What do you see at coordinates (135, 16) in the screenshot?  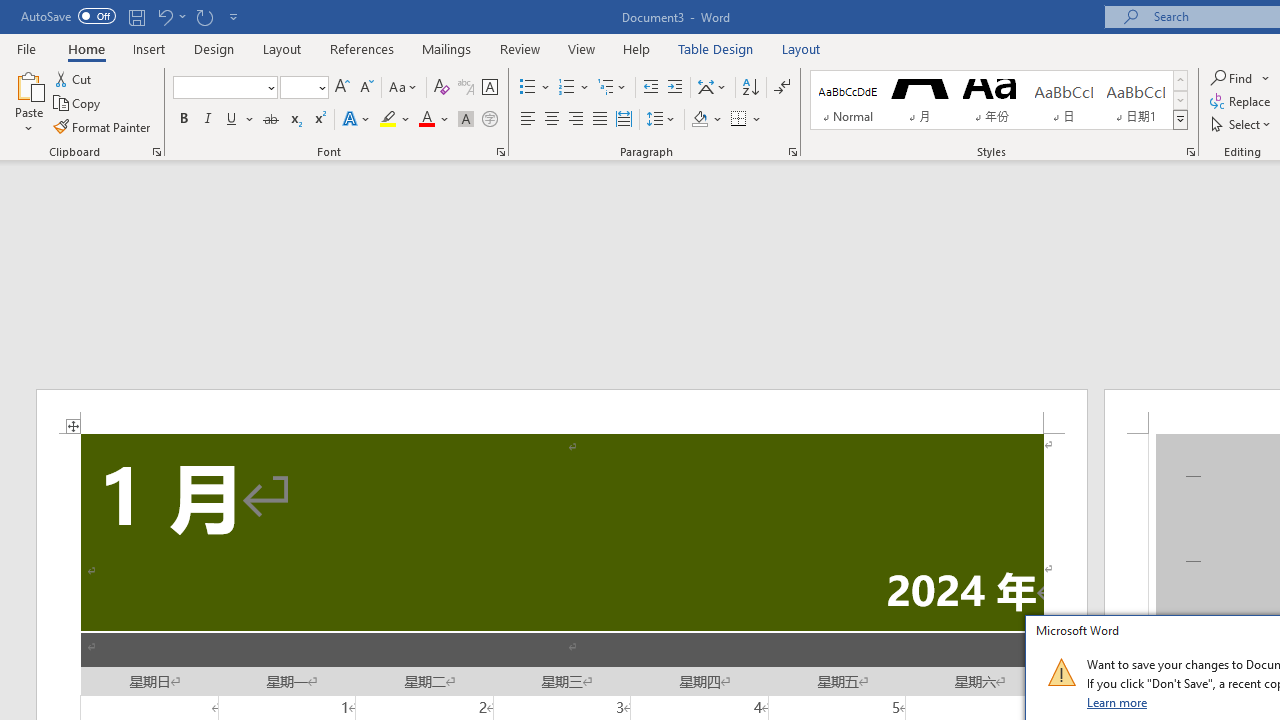 I see `'Save'` at bounding box center [135, 16].